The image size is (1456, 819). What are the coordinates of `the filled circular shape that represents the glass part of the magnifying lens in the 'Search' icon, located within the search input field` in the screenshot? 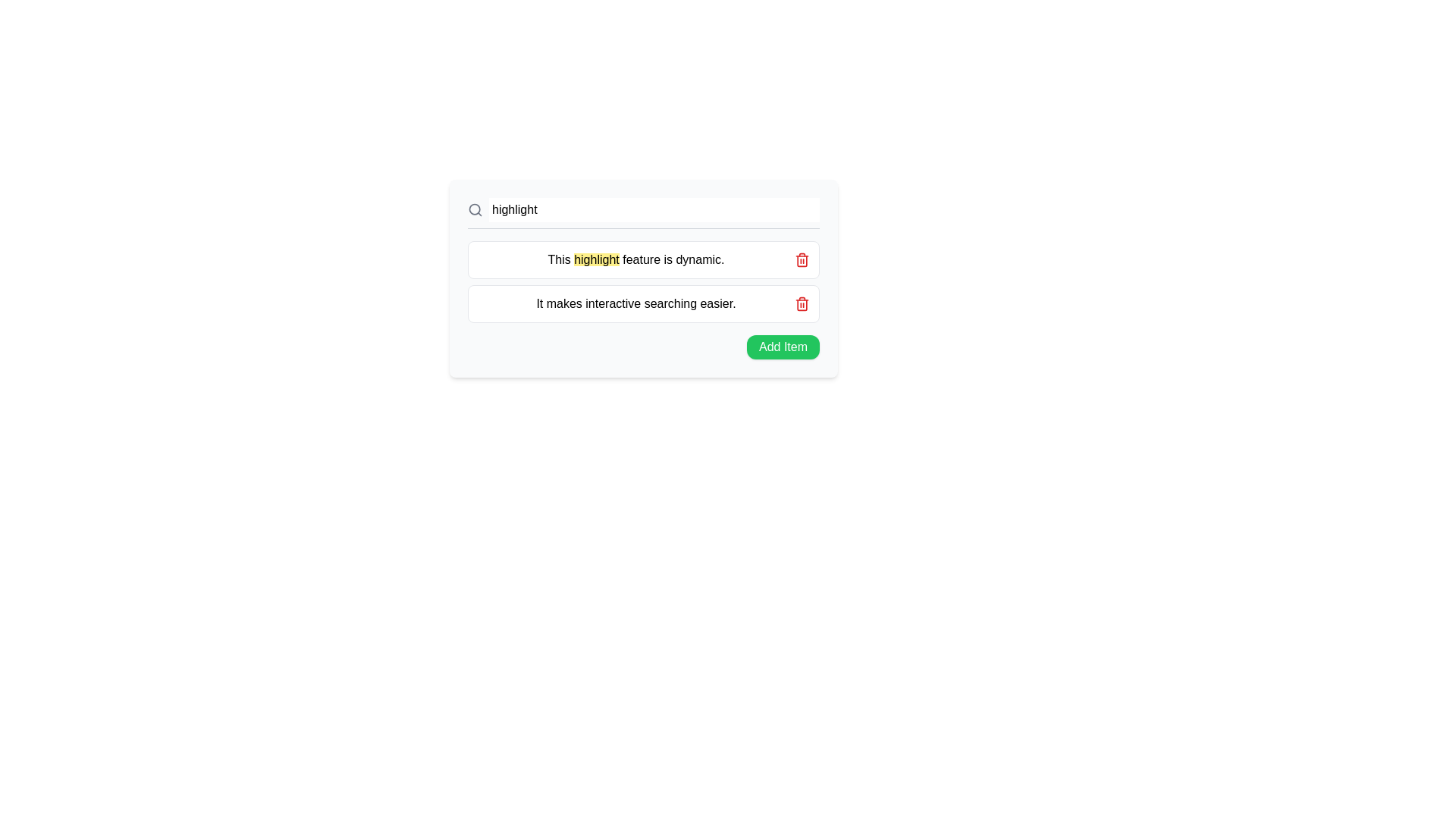 It's located at (474, 209).